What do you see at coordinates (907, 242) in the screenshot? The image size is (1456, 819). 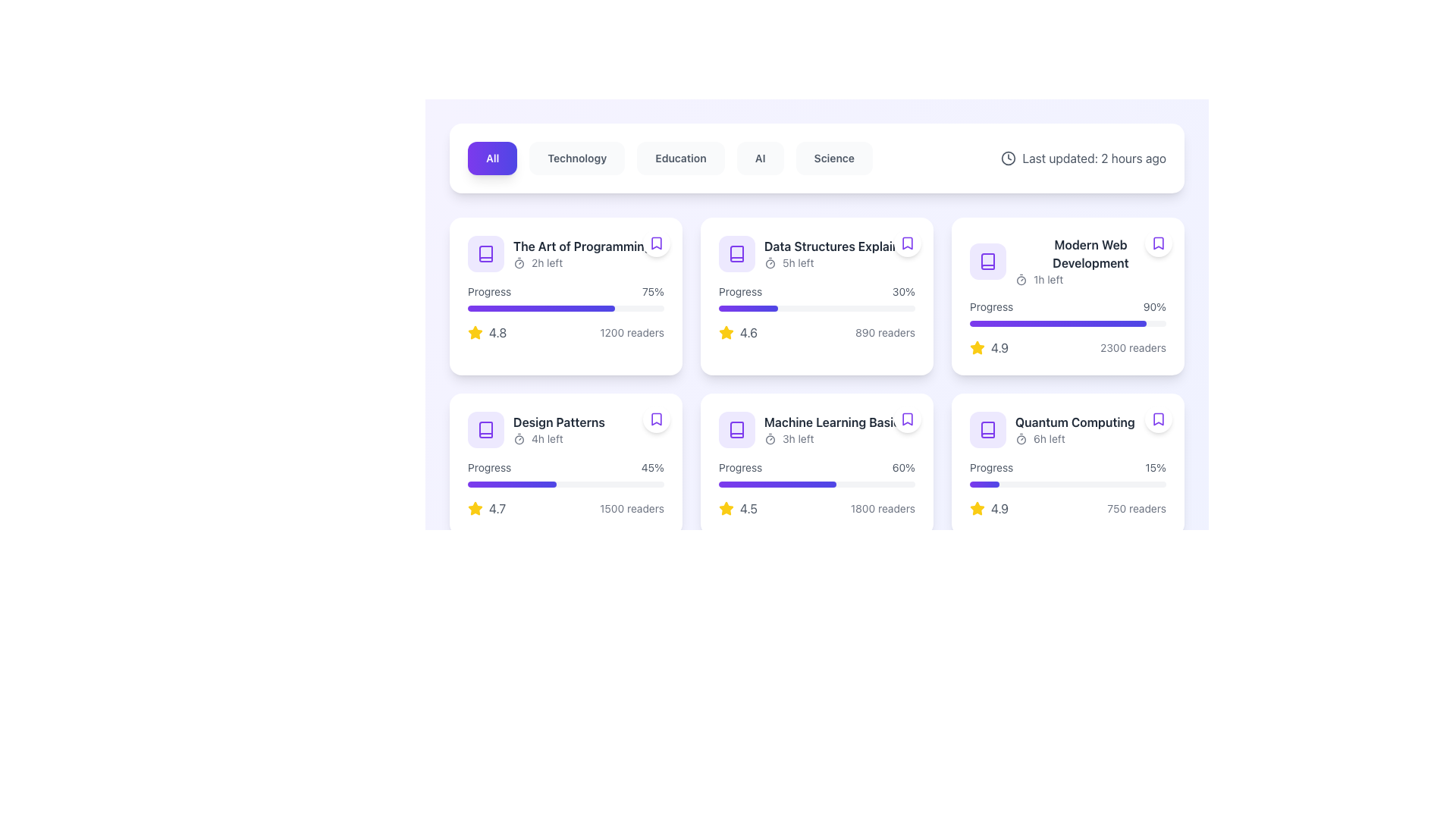 I see `the violet bookmark icon located within the white circular button on the top right corner of the 'Data Structures Explained' card` at bounding box center [907, 242].